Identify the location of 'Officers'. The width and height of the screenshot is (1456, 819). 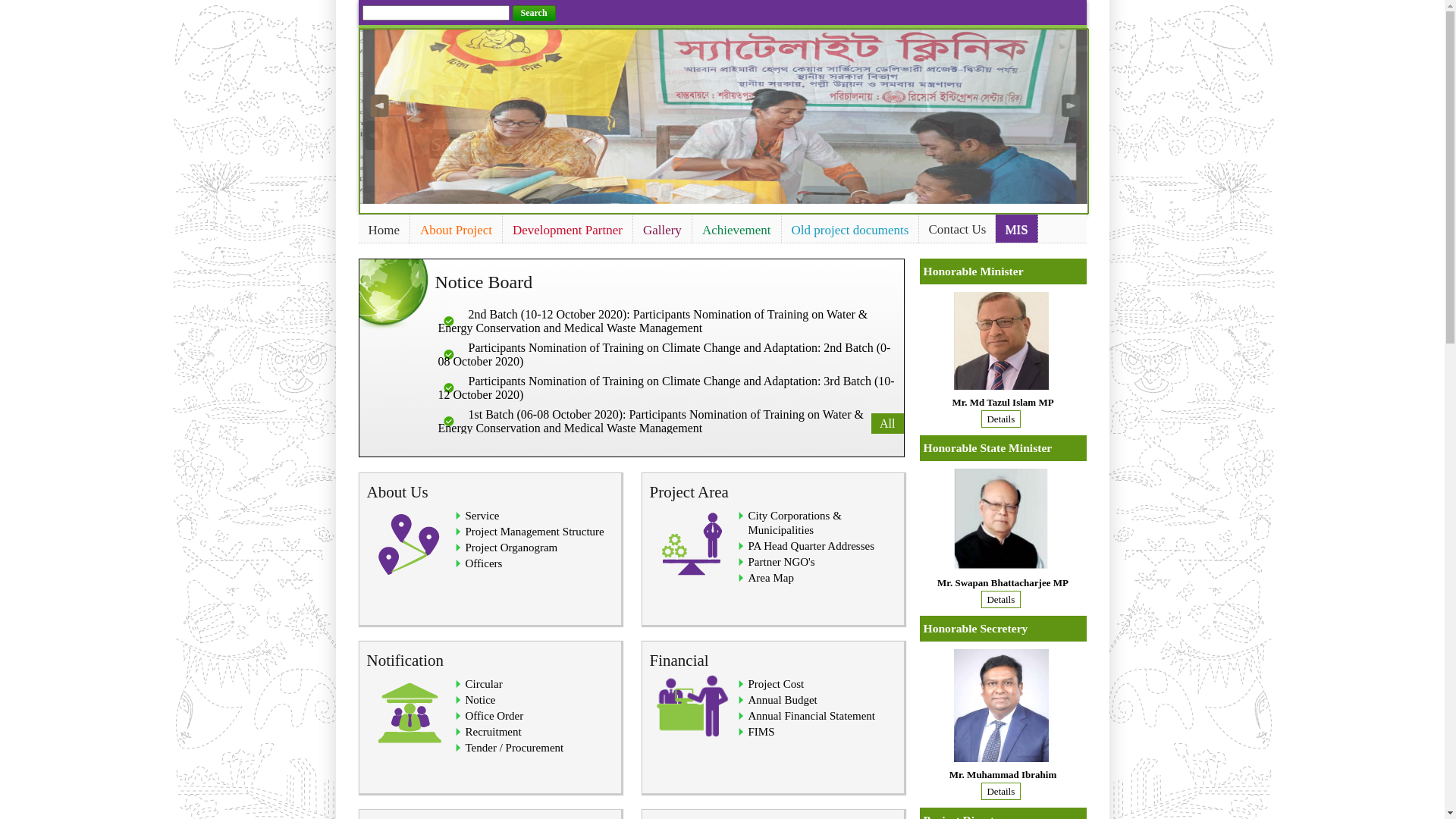
(483, 563).